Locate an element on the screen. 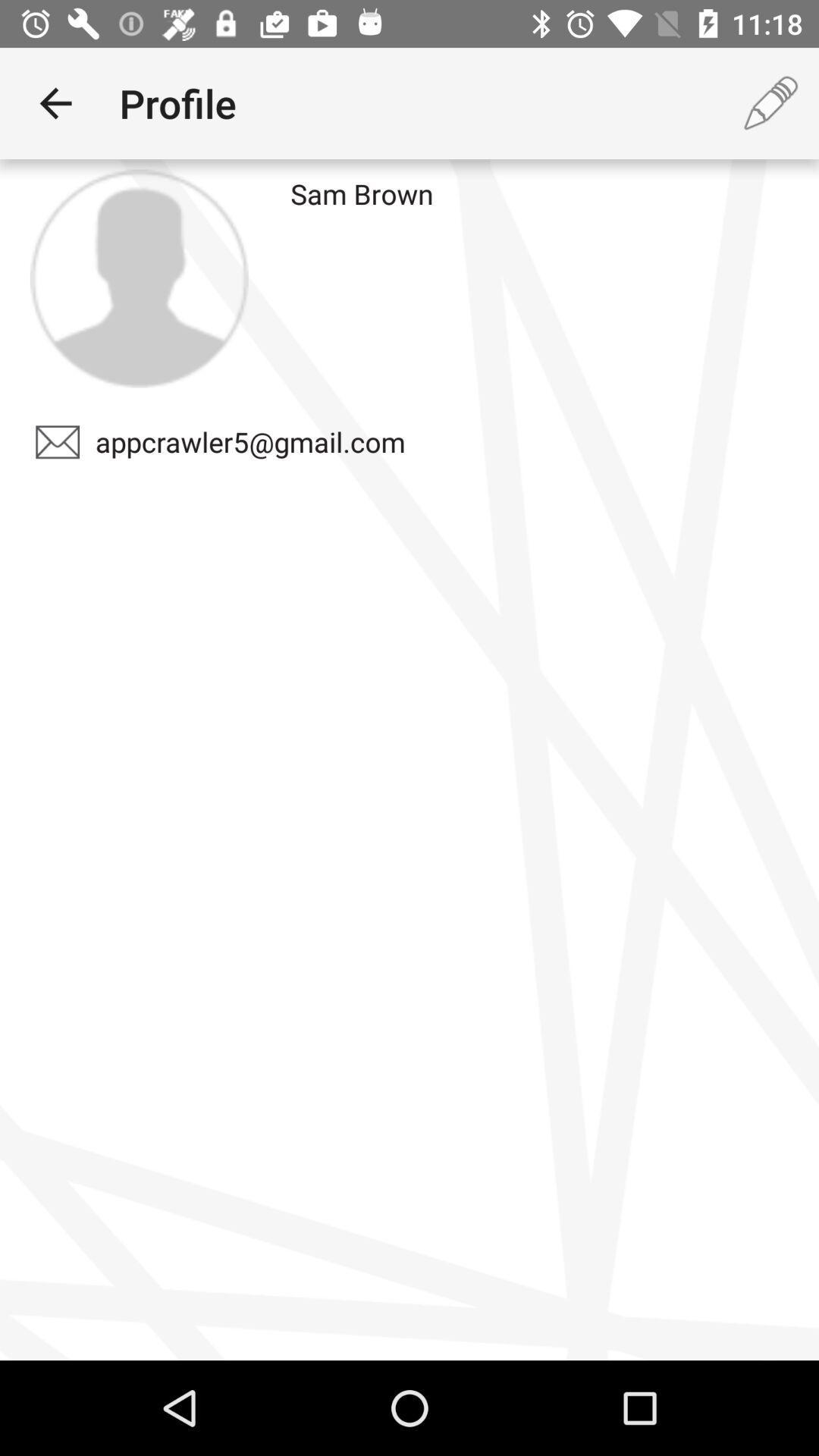 This screenshot has height=1456, width=819. icon above the appcrawler5@gmail.com is located at coordinates (139, 278).